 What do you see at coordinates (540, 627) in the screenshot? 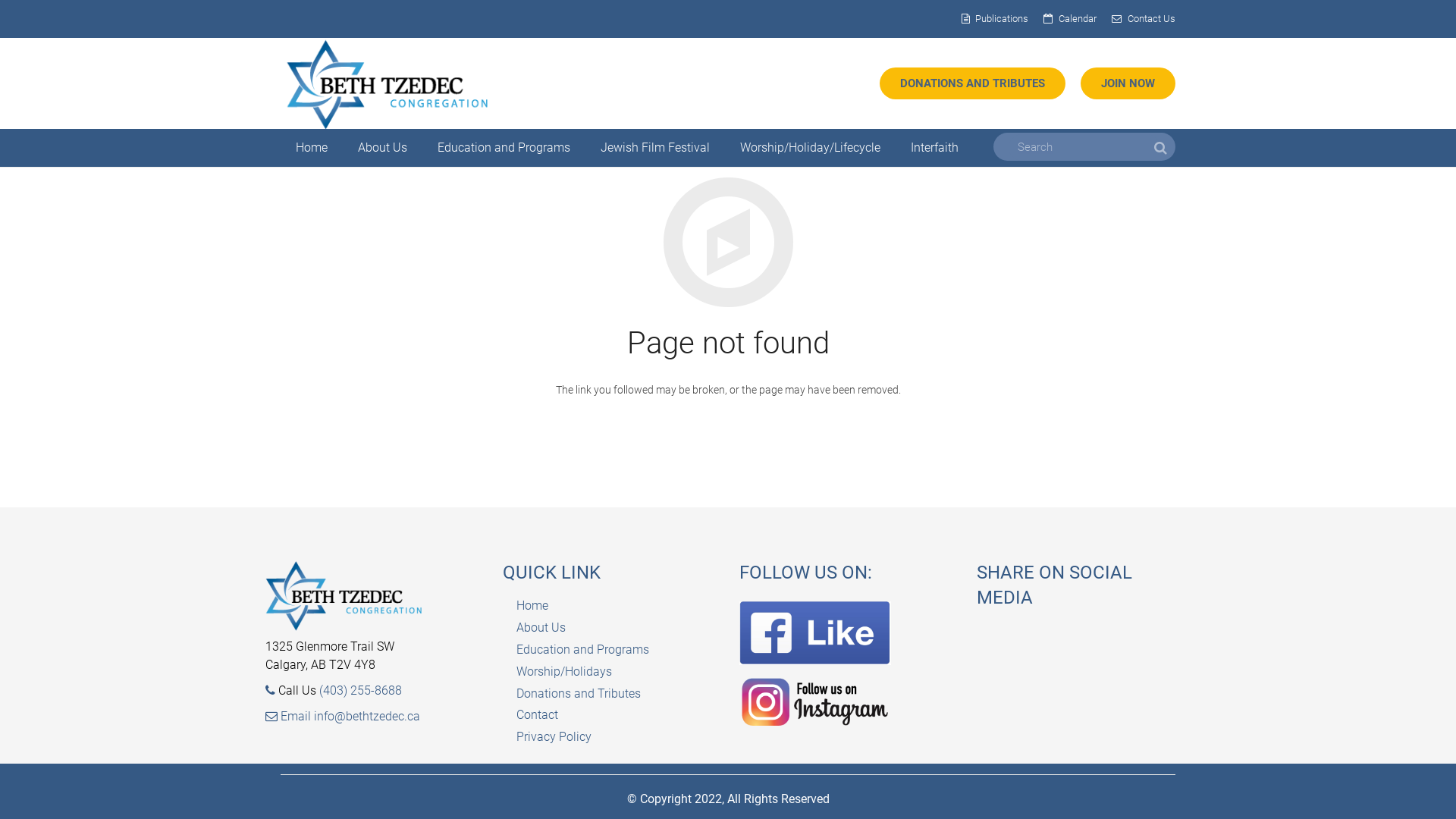
I see `'About Us'` at bounding box center [540, 627].